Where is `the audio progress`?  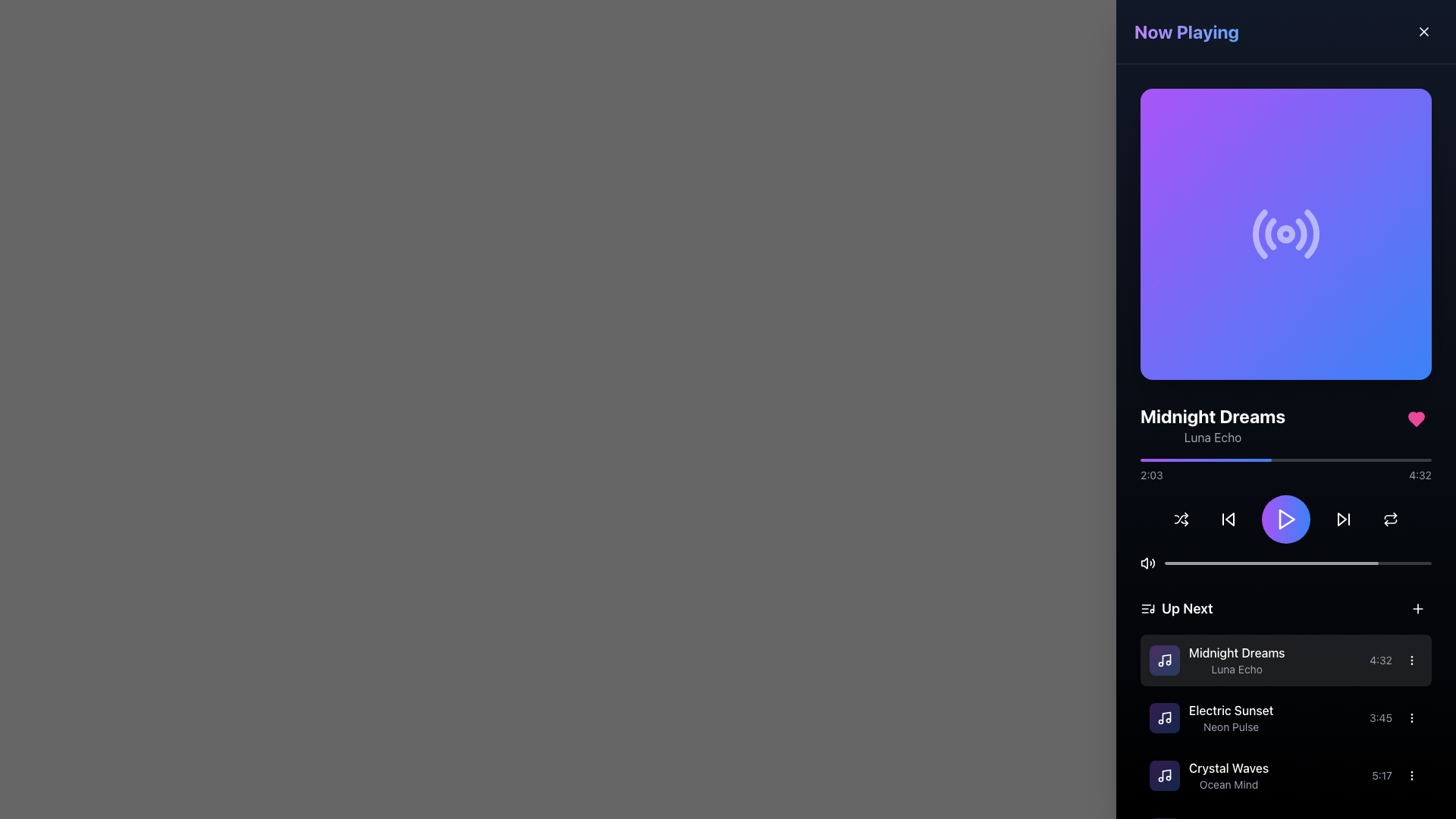 the audio progress is located at coordinates (1288, 459).